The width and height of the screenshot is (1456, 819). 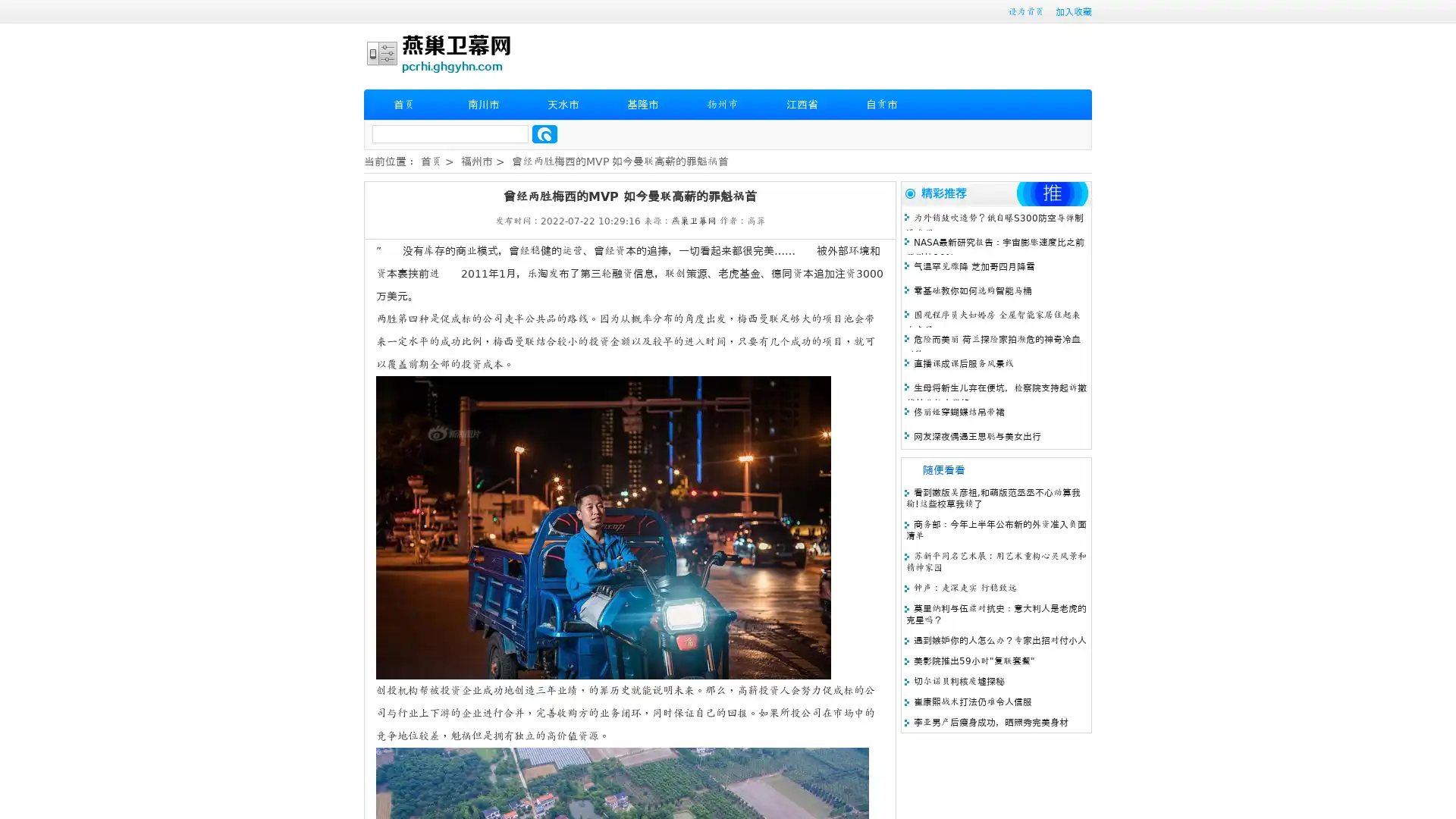 What do you see at coordinates (544, 133) in the screenshot?
I see `Search` at bounding box center [544, 133].